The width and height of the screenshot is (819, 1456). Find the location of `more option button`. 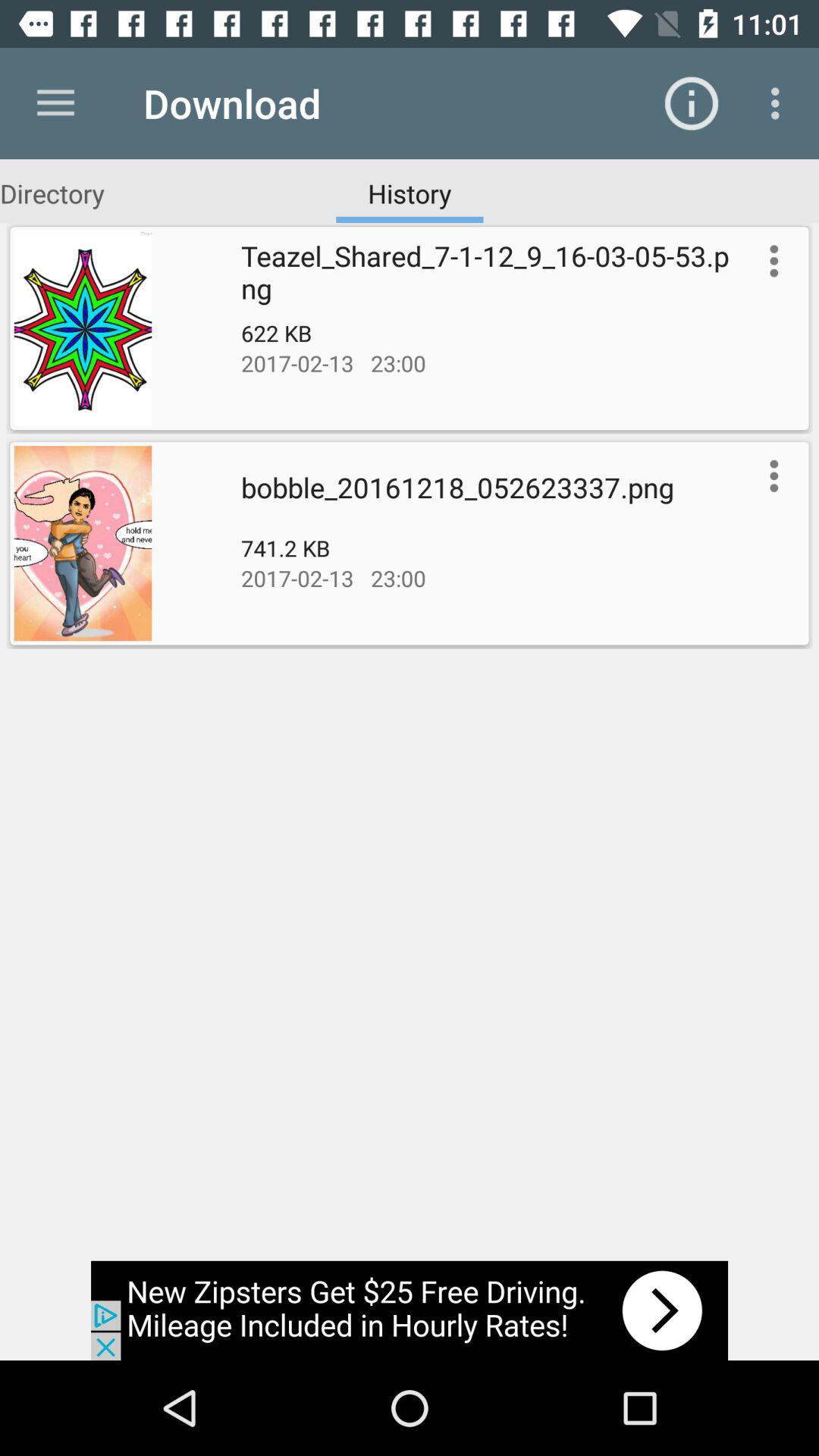

more option button is located at coordinates (770, 261).